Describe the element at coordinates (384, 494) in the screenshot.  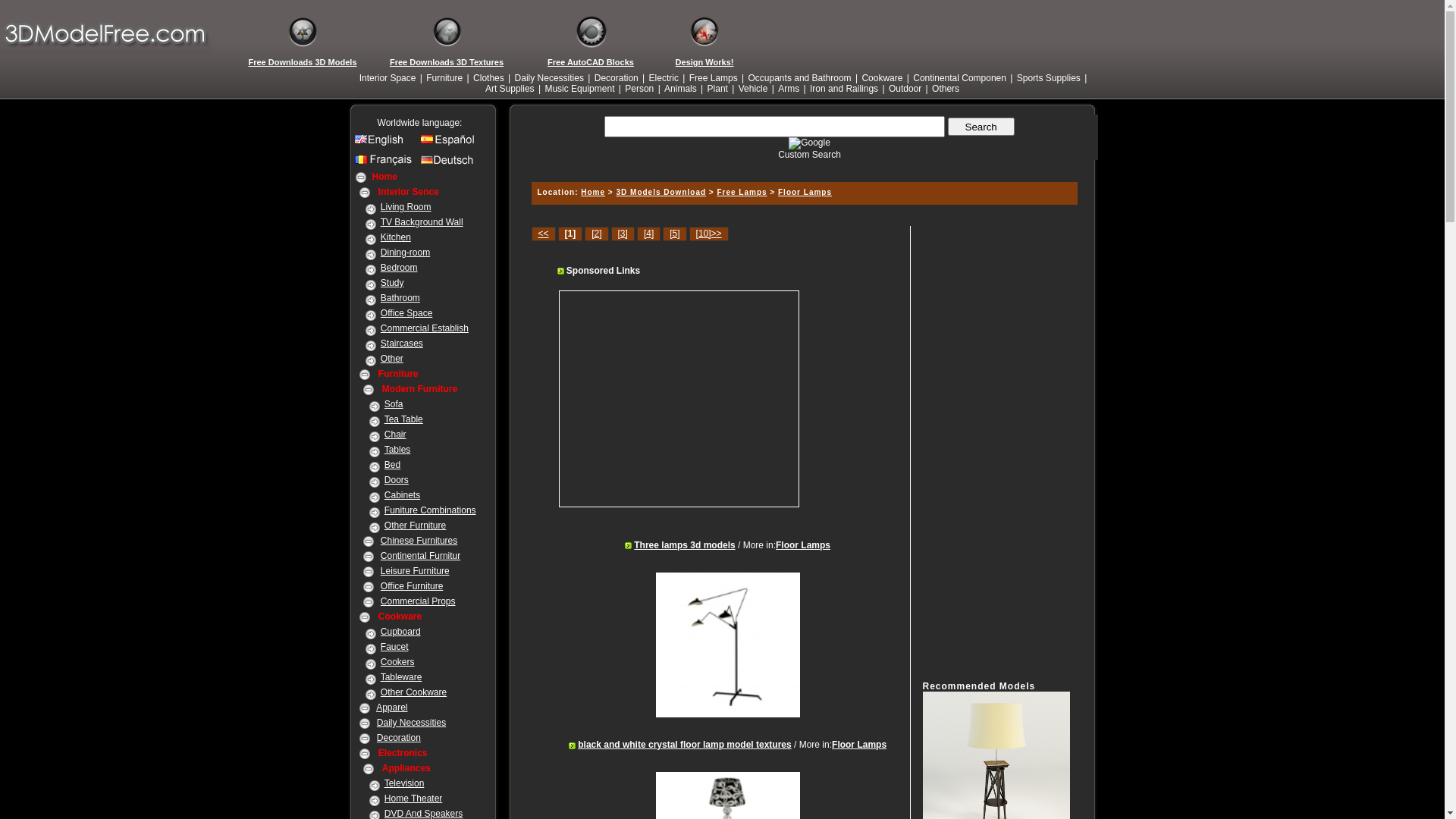
I see `'Cabinets'` at that location.